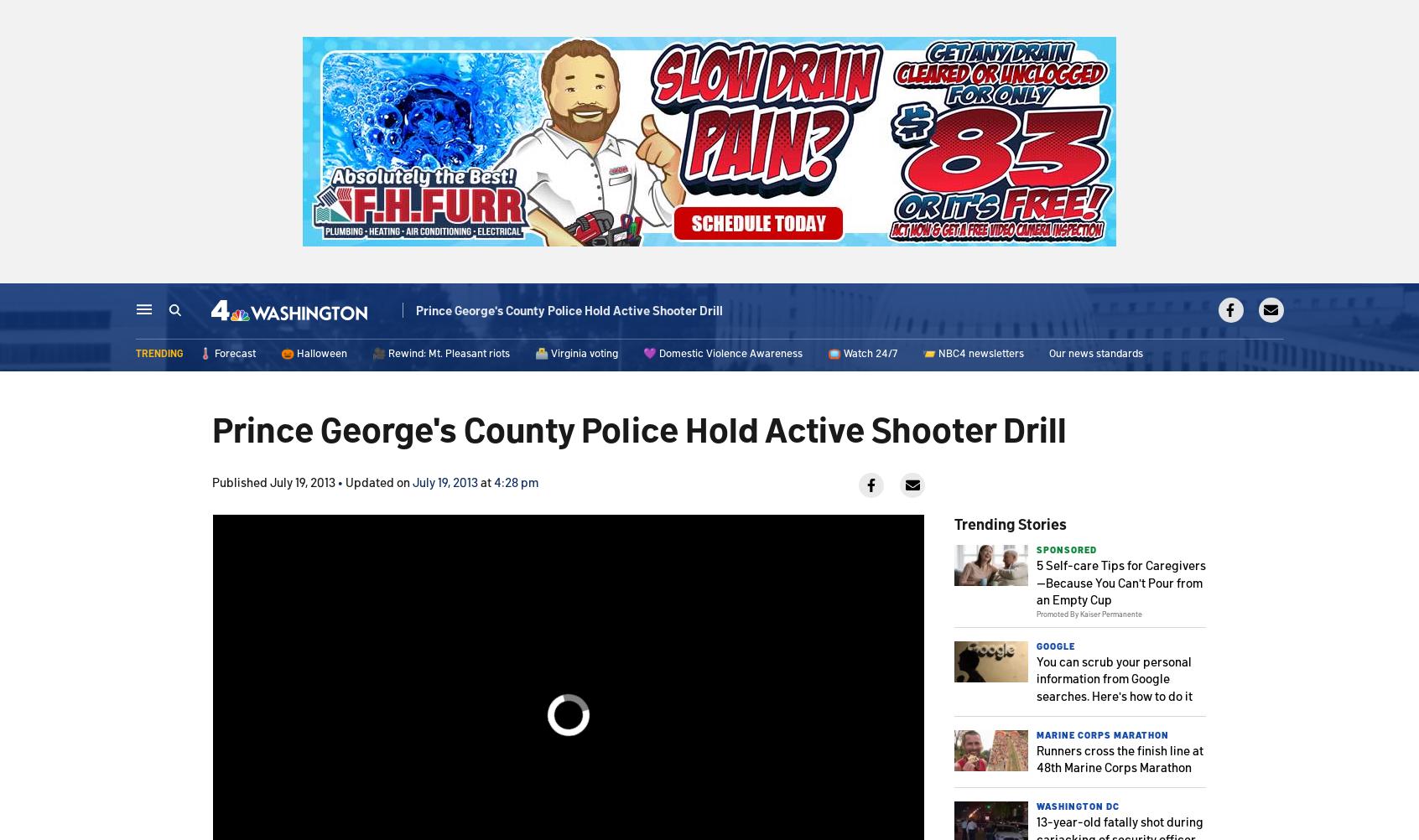 The image size is (1419, 840). Describe the element at coordinates (655, 312) in the screenshot. I see `'The Scene'` at that location.